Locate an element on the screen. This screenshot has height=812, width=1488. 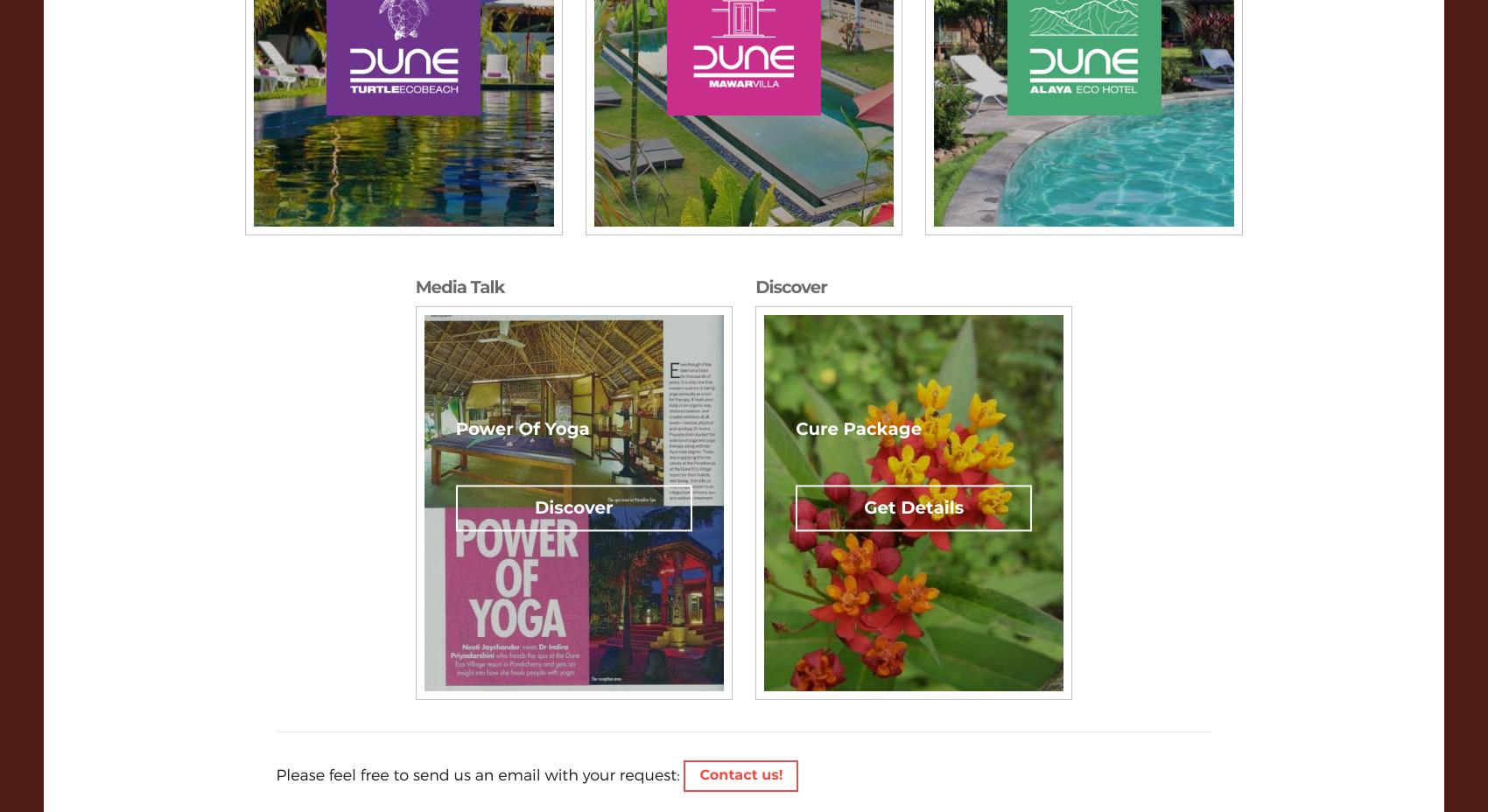
'Get Details' is located at coordinates (912, 507).